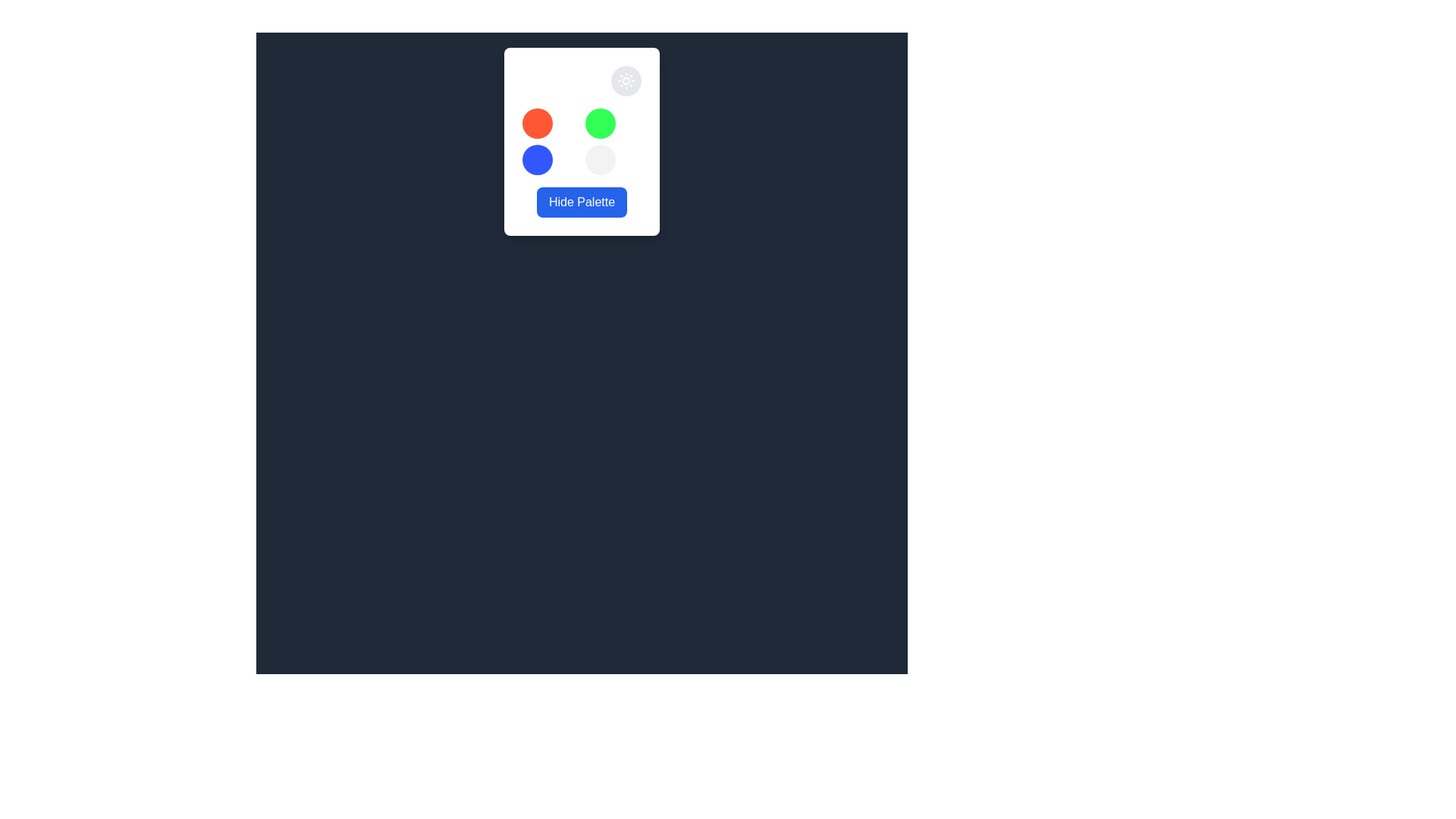 The width and height of the screenshot is (1456, 819). What do you see at coordinates (581, 141) in the screenshot?
I see `the green circle in the grid layout for selectable color options located within the 'Select Theme' card above the 'Hide Palette' button` at bounding box center [581, 141].